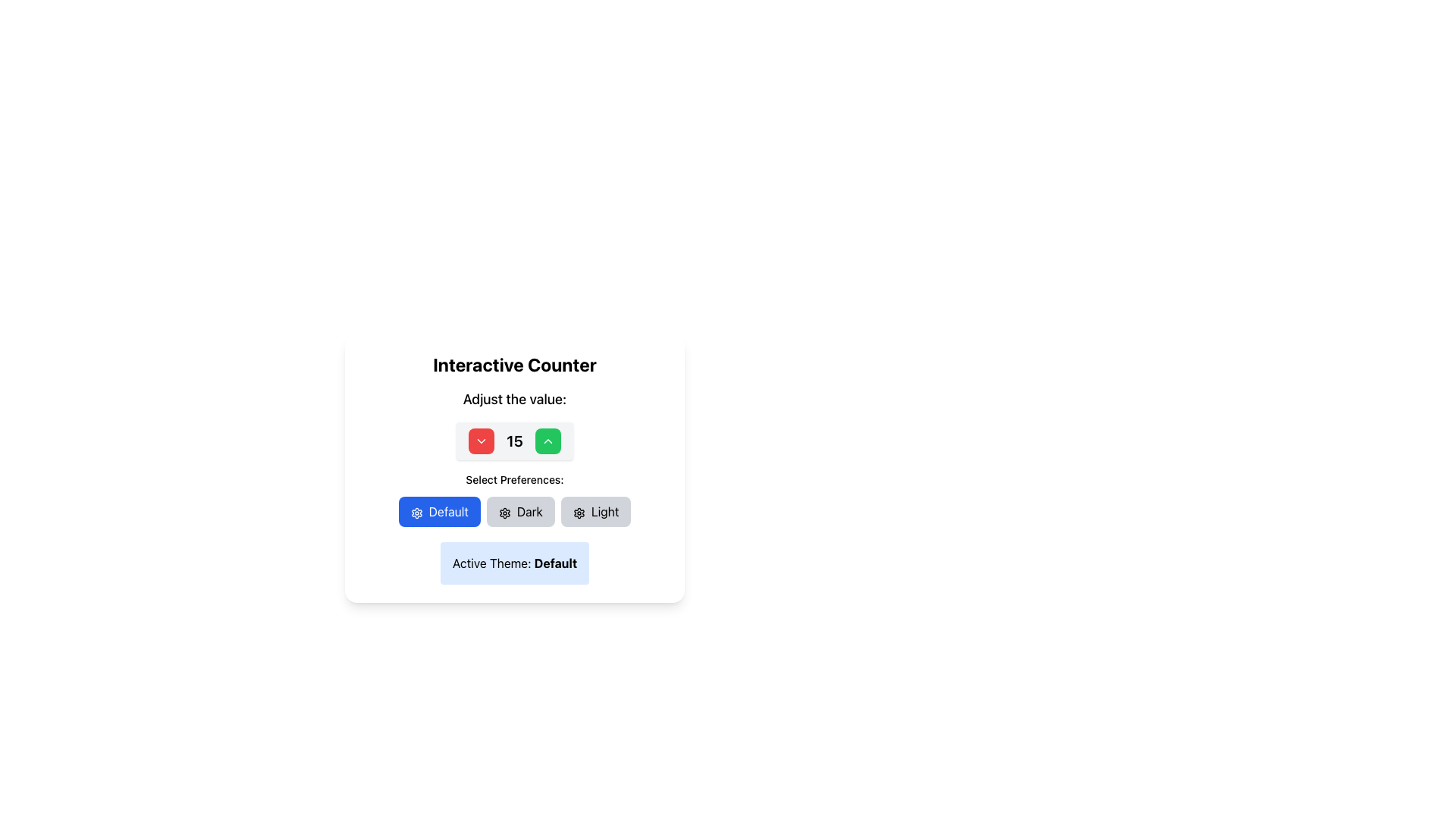  What do you see at coordinates (547, 441) in the screenshot?
I see `the square button with a green background and white text that has an upward-facing chevron icon` at bounding box center [547, 441].